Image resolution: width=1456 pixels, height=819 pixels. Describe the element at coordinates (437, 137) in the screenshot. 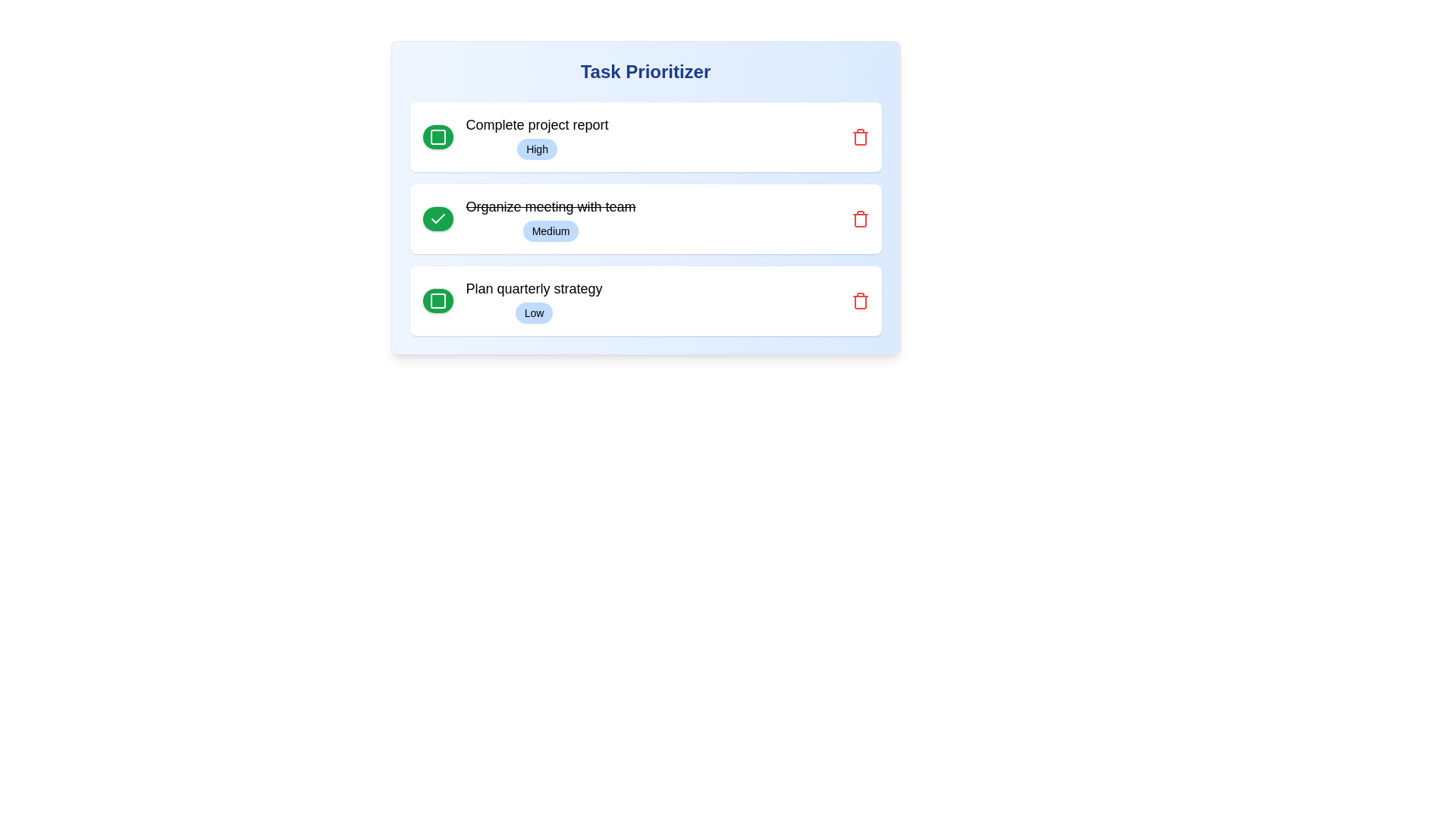

I see `the hollow square icon with a green stroke, located to the left of the 'Complete project report' task in the task list interface` at that location.